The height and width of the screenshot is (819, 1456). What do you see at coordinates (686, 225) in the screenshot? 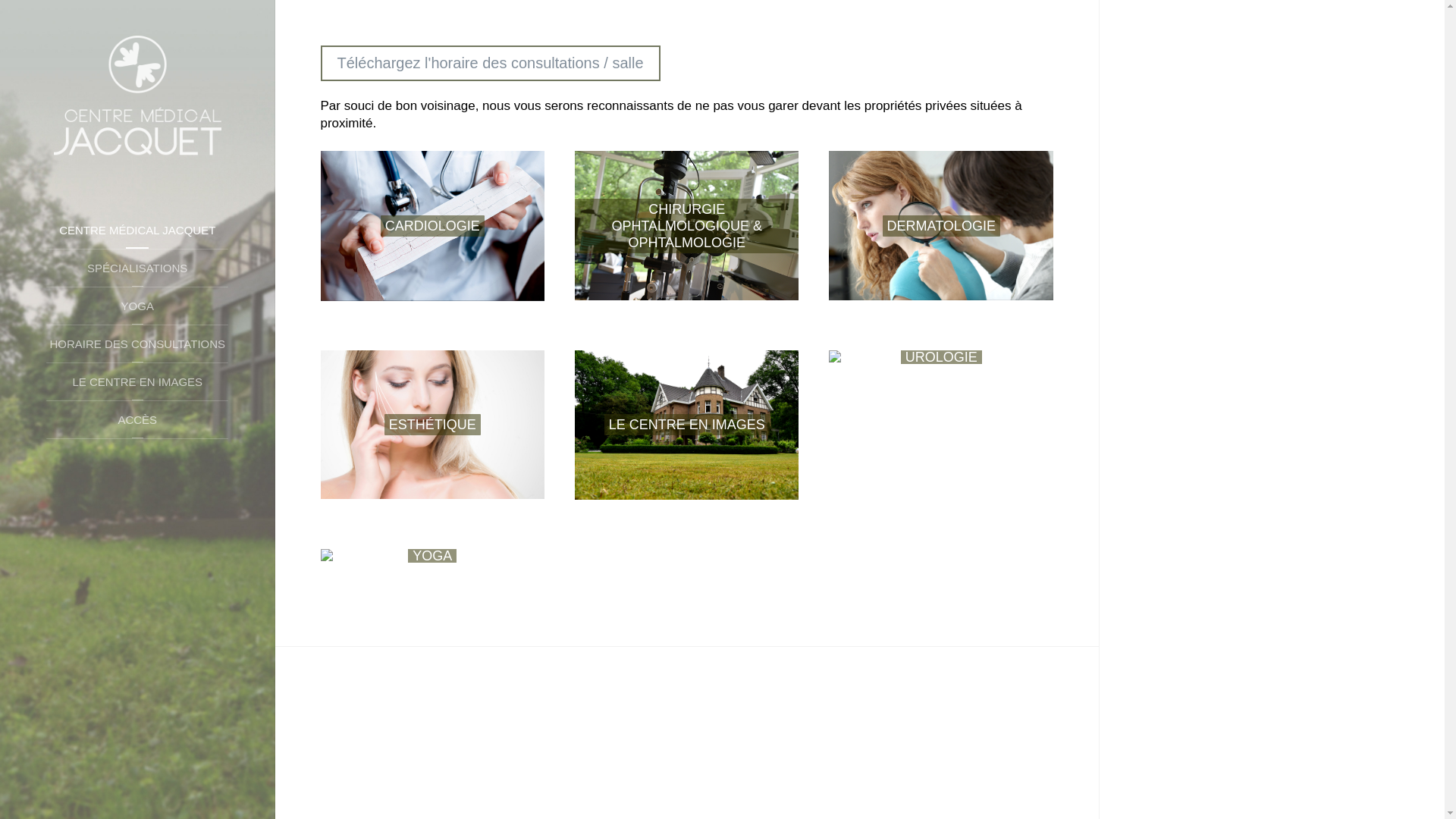
I see `'CHIRURGIE OPHTALMOLOGIQUE & OPHTALMOLOGIE'` at bounding box center [686, 225].